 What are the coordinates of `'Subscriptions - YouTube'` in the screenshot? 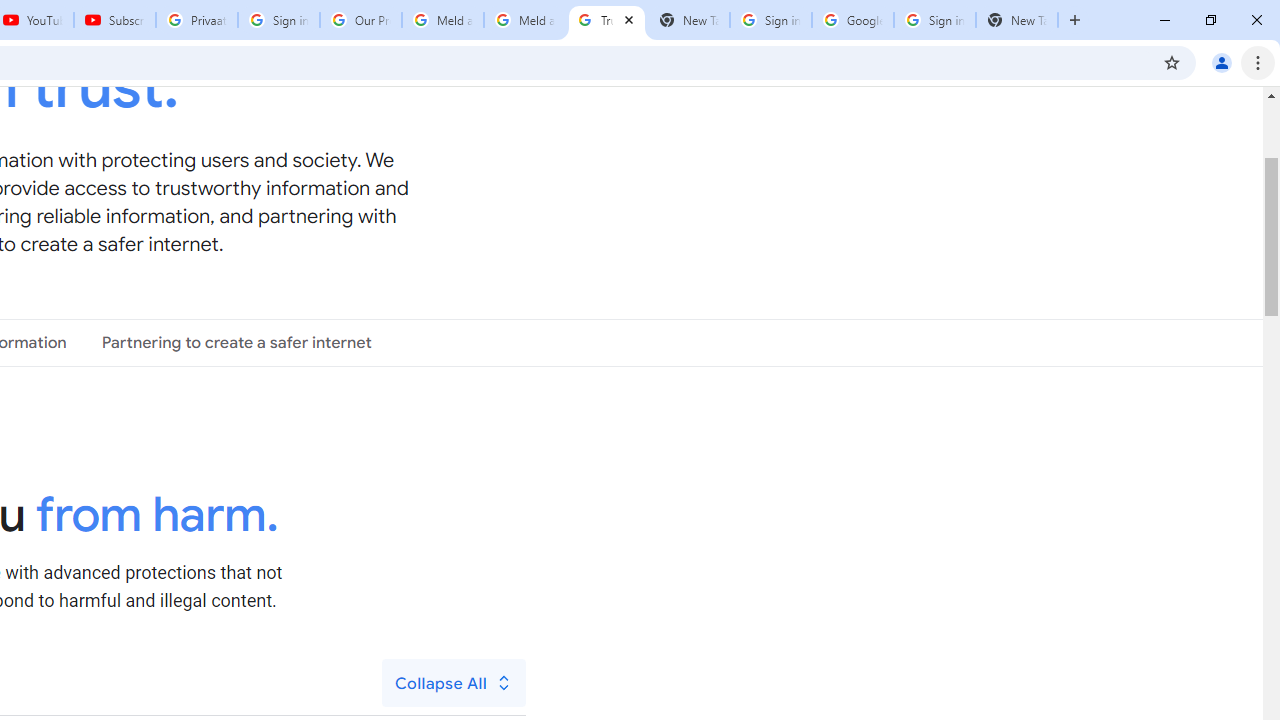 It's located at (114, 20).